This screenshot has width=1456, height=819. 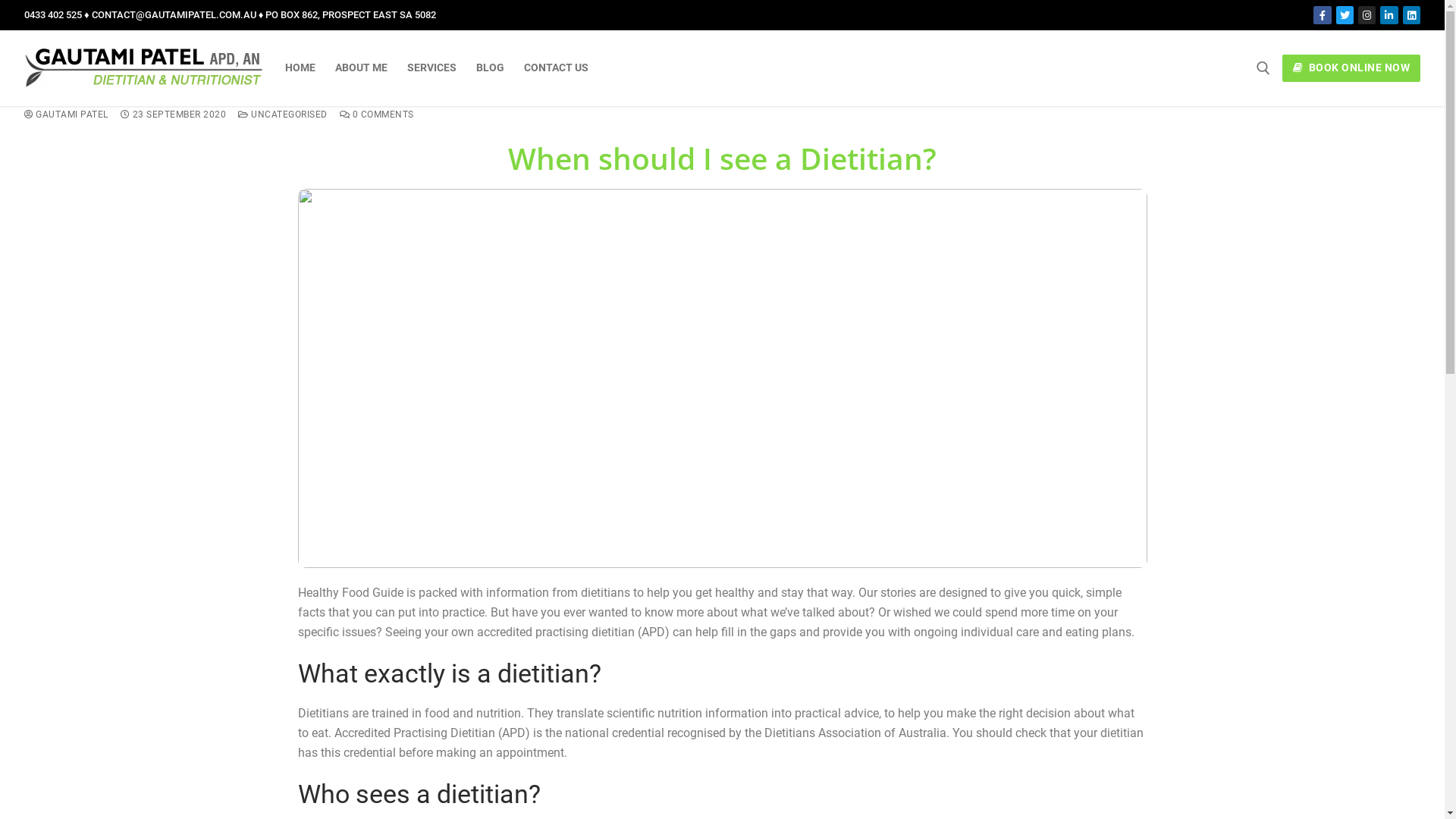 What do you see at coordinates (172, 113) in the screenshot?
I see `'23 SEPTEMBER 2020'` at bounding box center [172, 113].